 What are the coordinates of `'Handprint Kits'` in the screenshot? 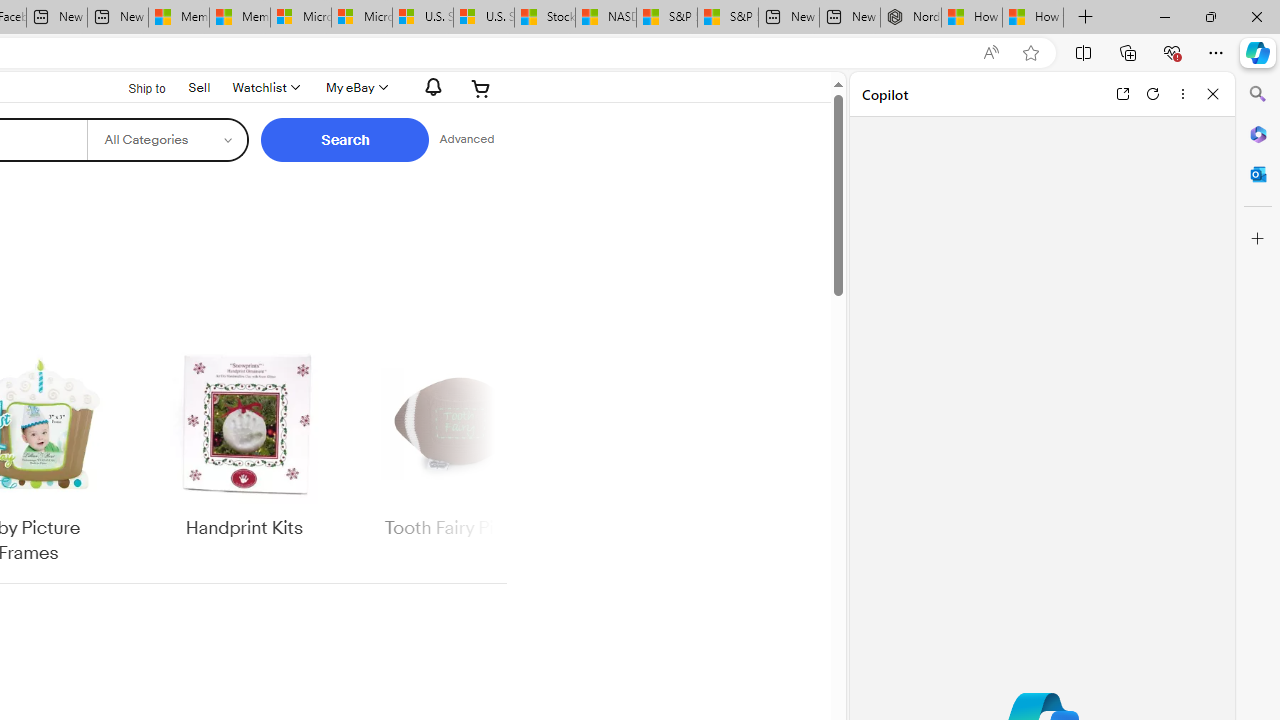 It's located at (243, 455).